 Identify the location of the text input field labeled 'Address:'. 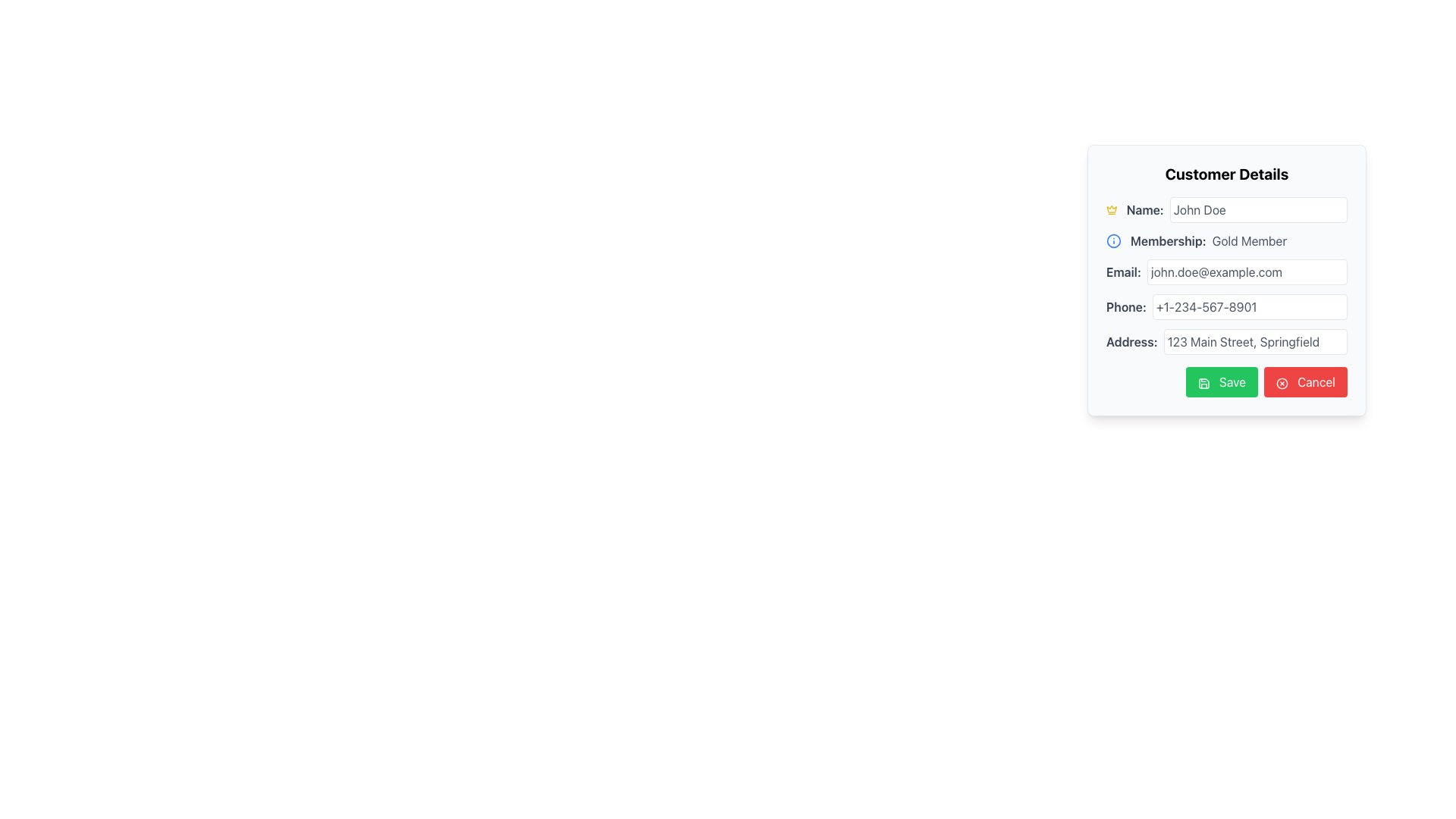
(1255, 342).